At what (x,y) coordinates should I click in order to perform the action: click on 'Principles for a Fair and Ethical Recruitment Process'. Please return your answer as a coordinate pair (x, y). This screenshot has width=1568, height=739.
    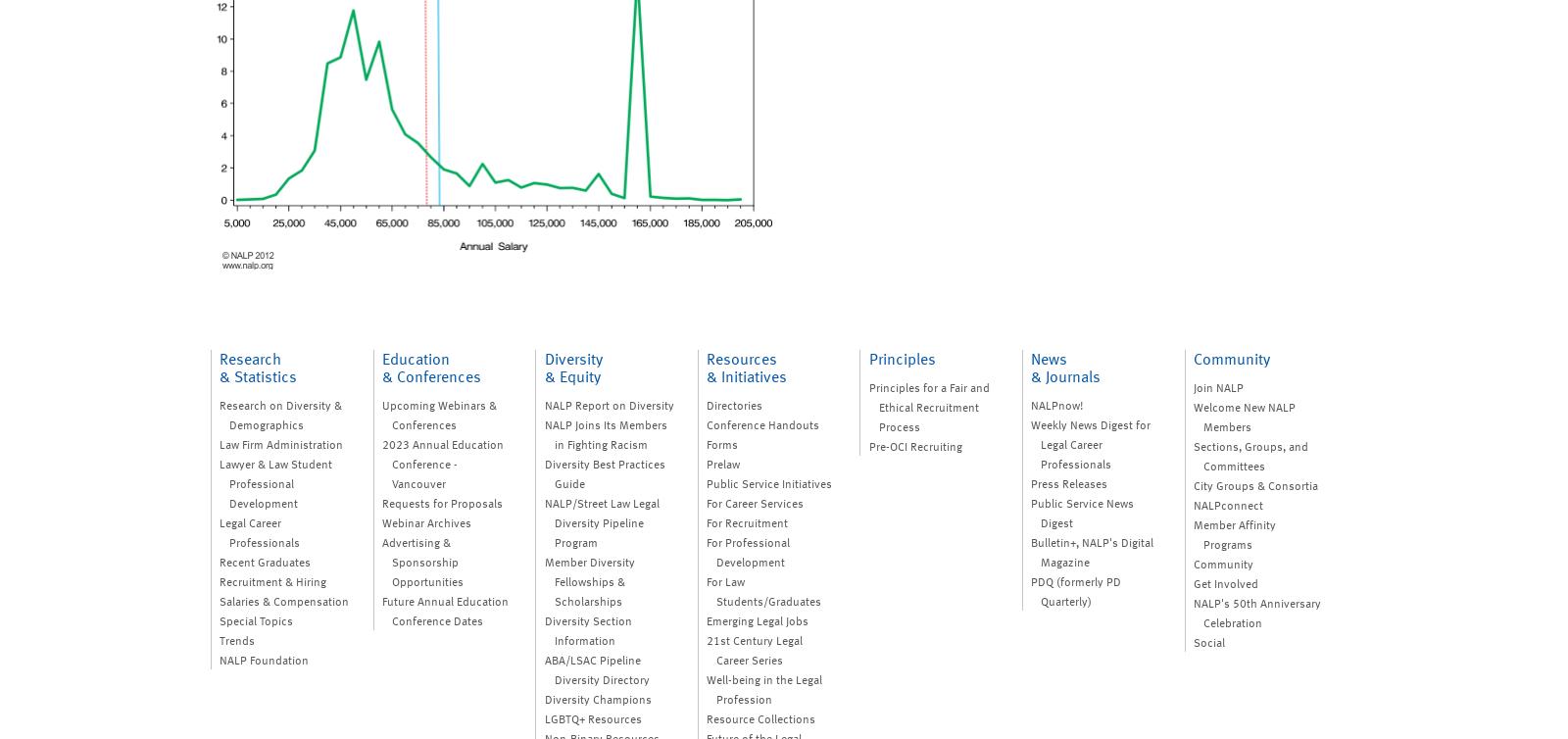
    Looking at the image, I should click on (866, 406).